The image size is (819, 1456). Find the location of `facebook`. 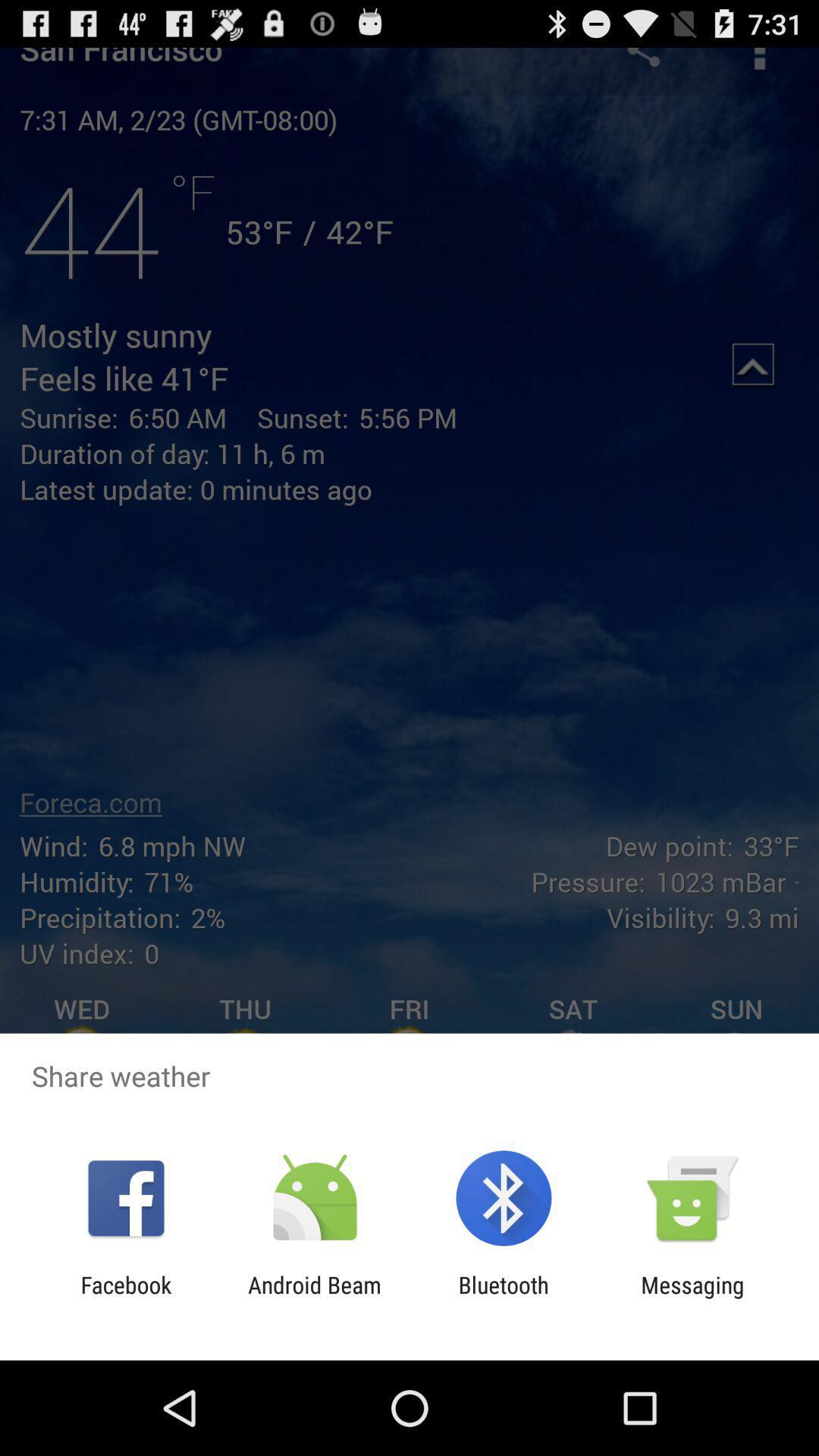

facebook is located at coordinates (125, 1298).